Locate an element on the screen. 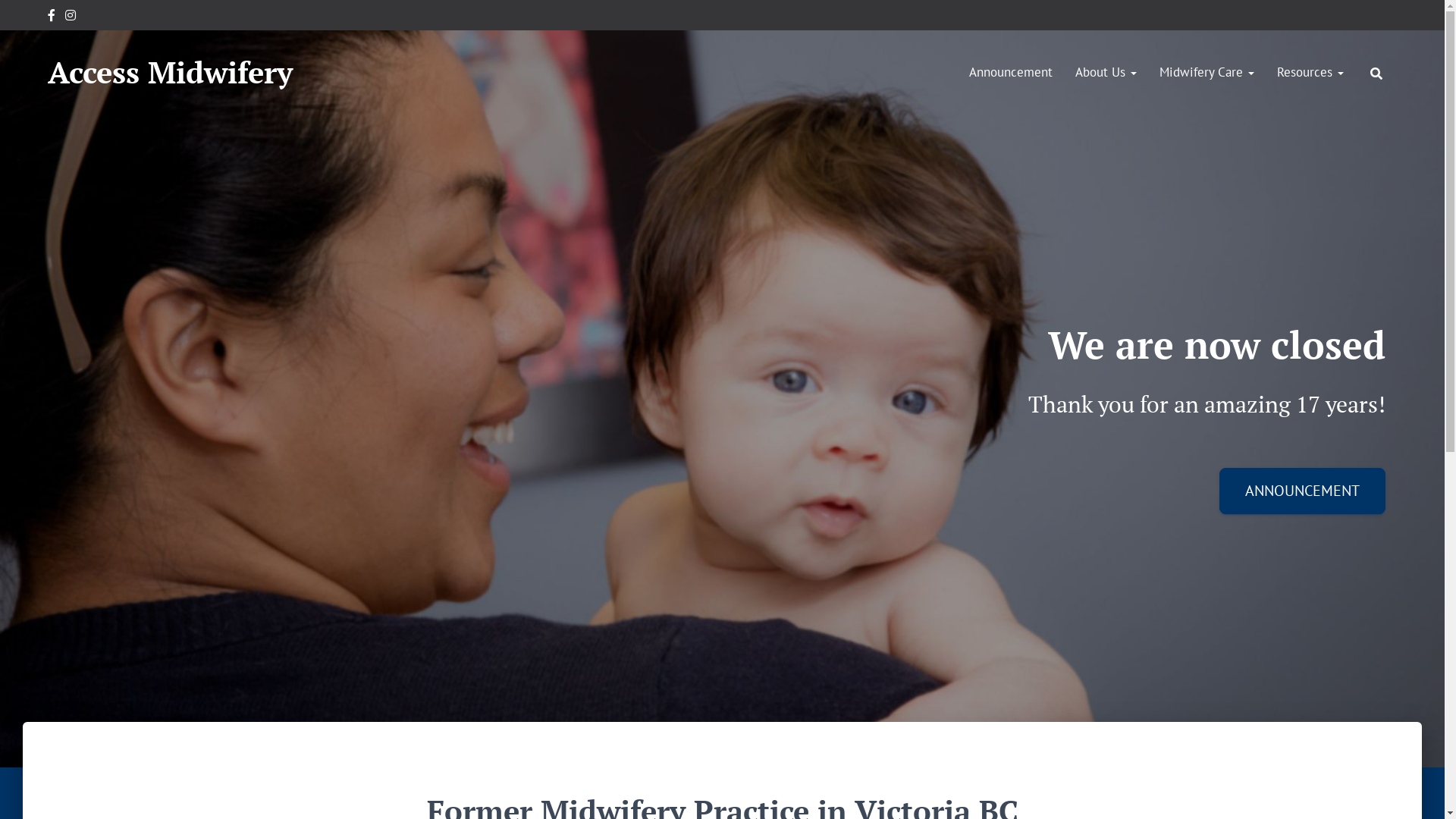 Image resolution: width=1456 pixels, height=819 pixels. 'Announcement' is located at coordinates (1011, 72).